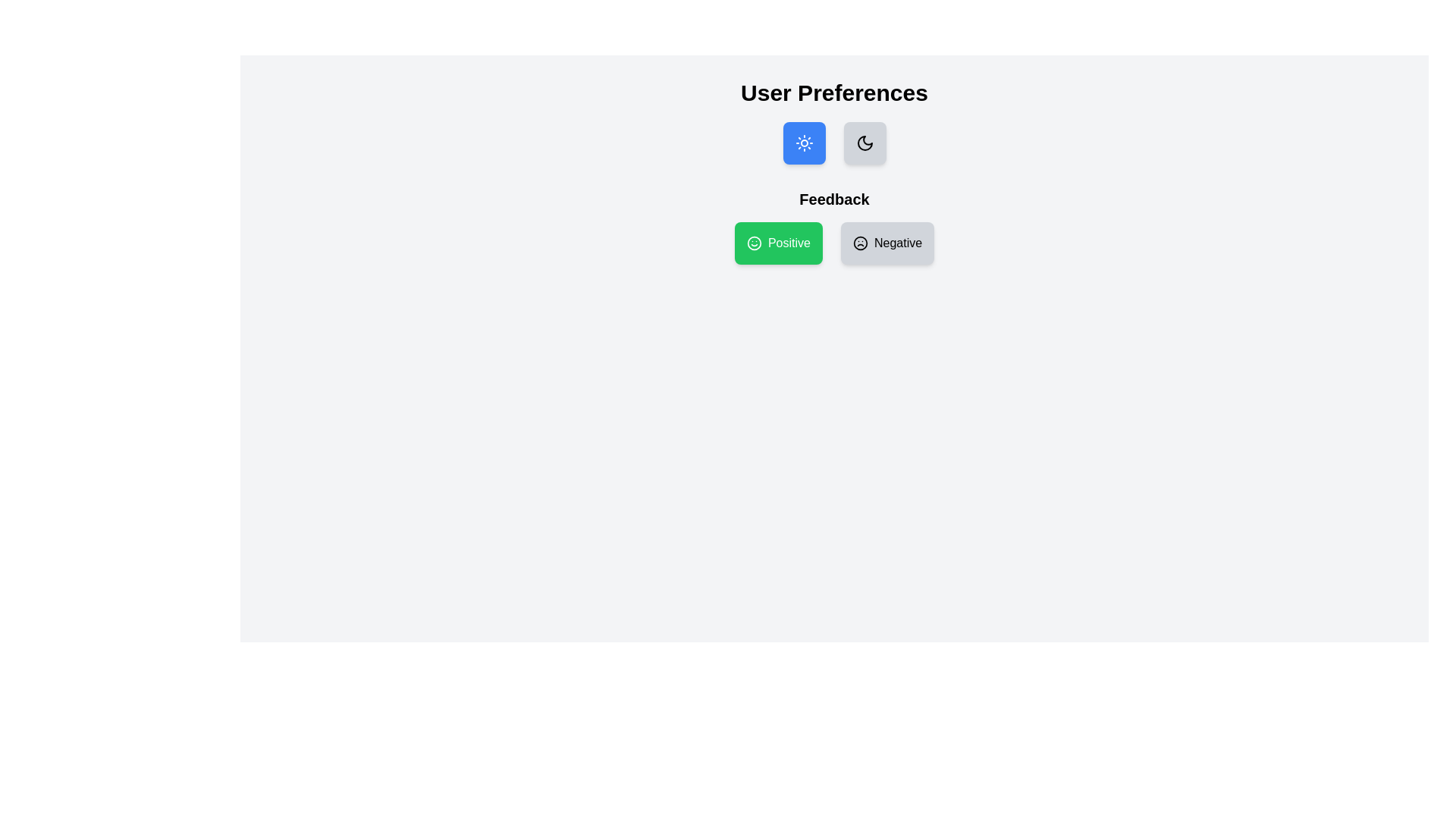 The height and width of the screenshot is (819, 1456). Describe the element at coordinates (803, 143) in the screenshot. I see `the interactive 'light mode' button with a sun icon, located under 'User Preferences'` at that location.